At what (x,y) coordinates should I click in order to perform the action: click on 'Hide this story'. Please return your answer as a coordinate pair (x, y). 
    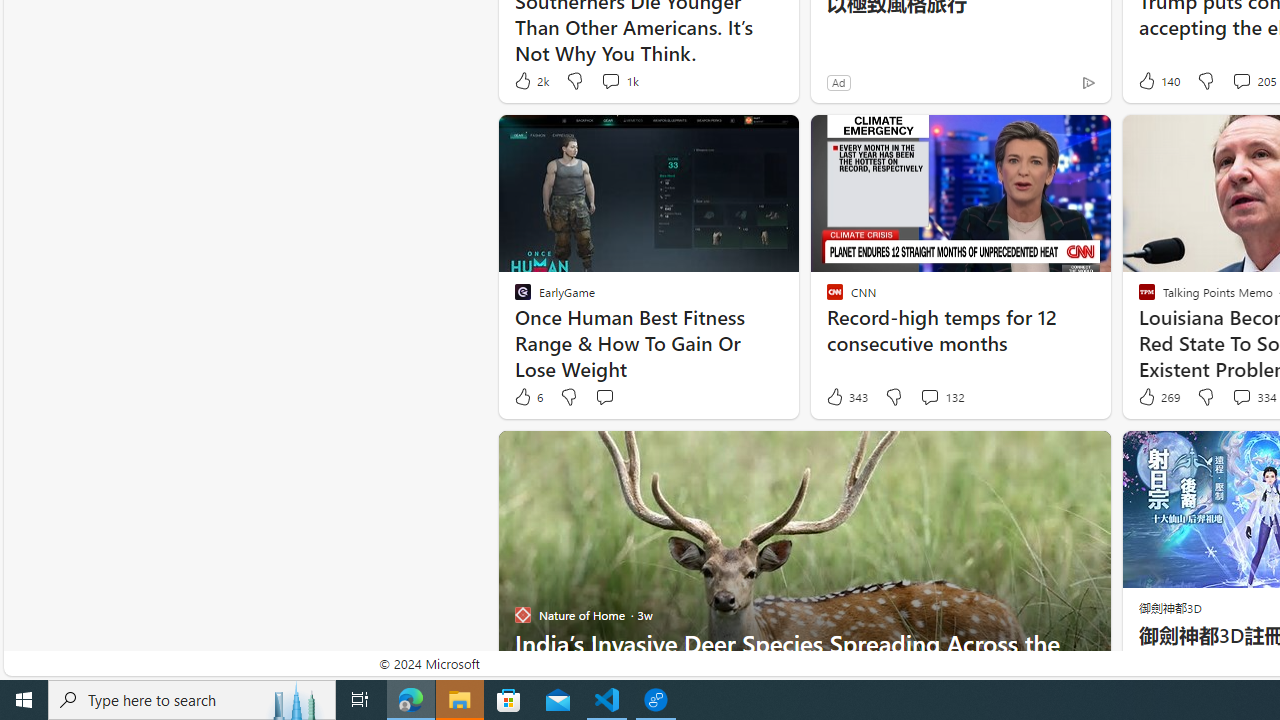
    Looking at the image, I should click on (1049, 455).